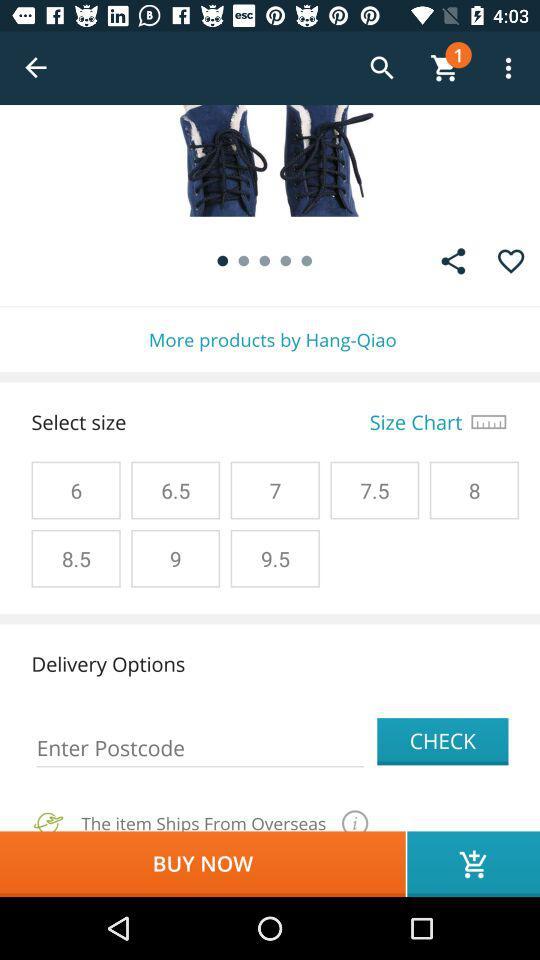 This screenshot has width=540, height=960. What do you see at coordinates (445, 68) in the screenshot?
I see `cart icon at top of the page right to search icon` at bounding box center [445, 68].